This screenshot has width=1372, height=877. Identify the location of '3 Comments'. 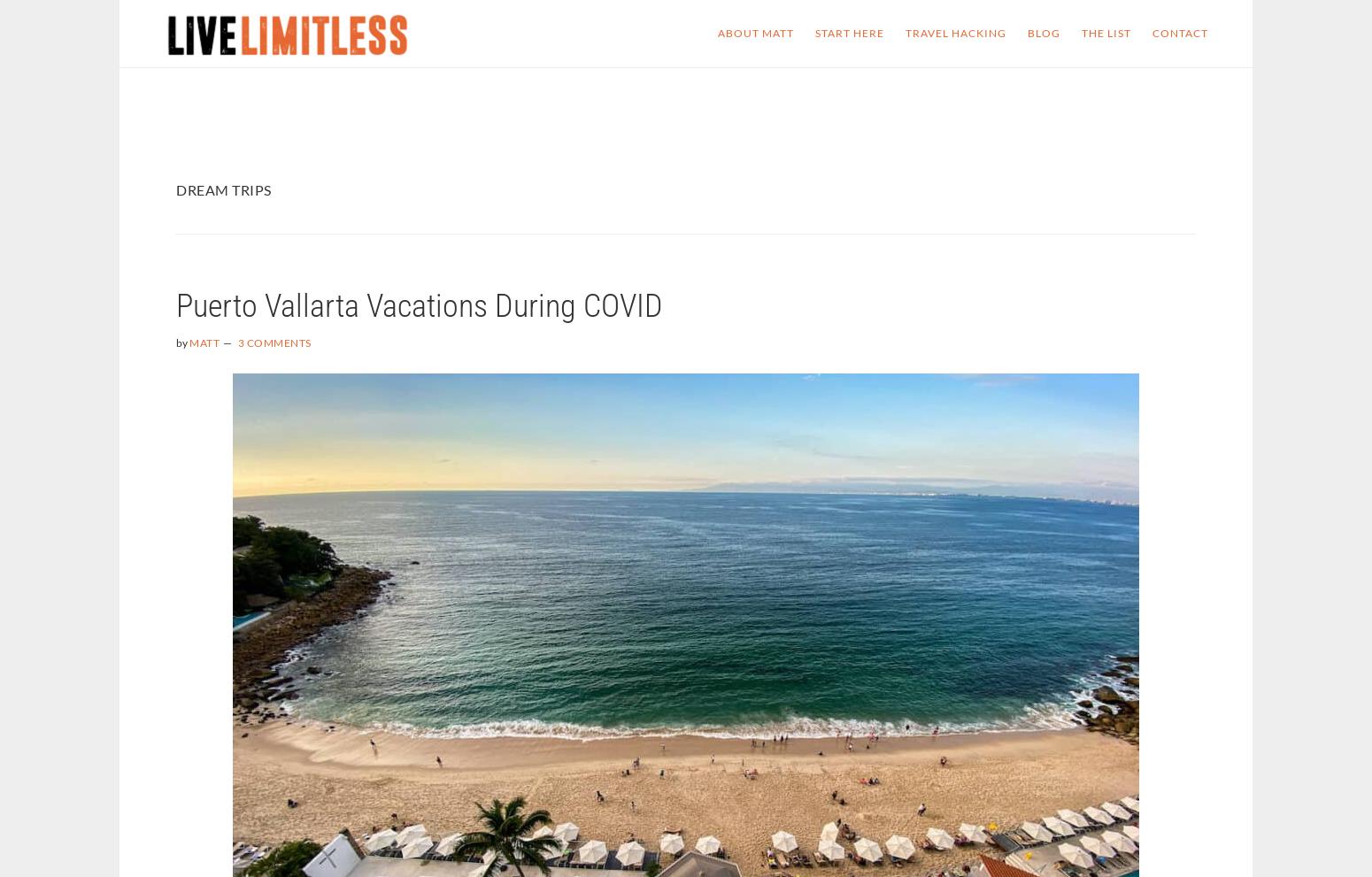
(236, 342).